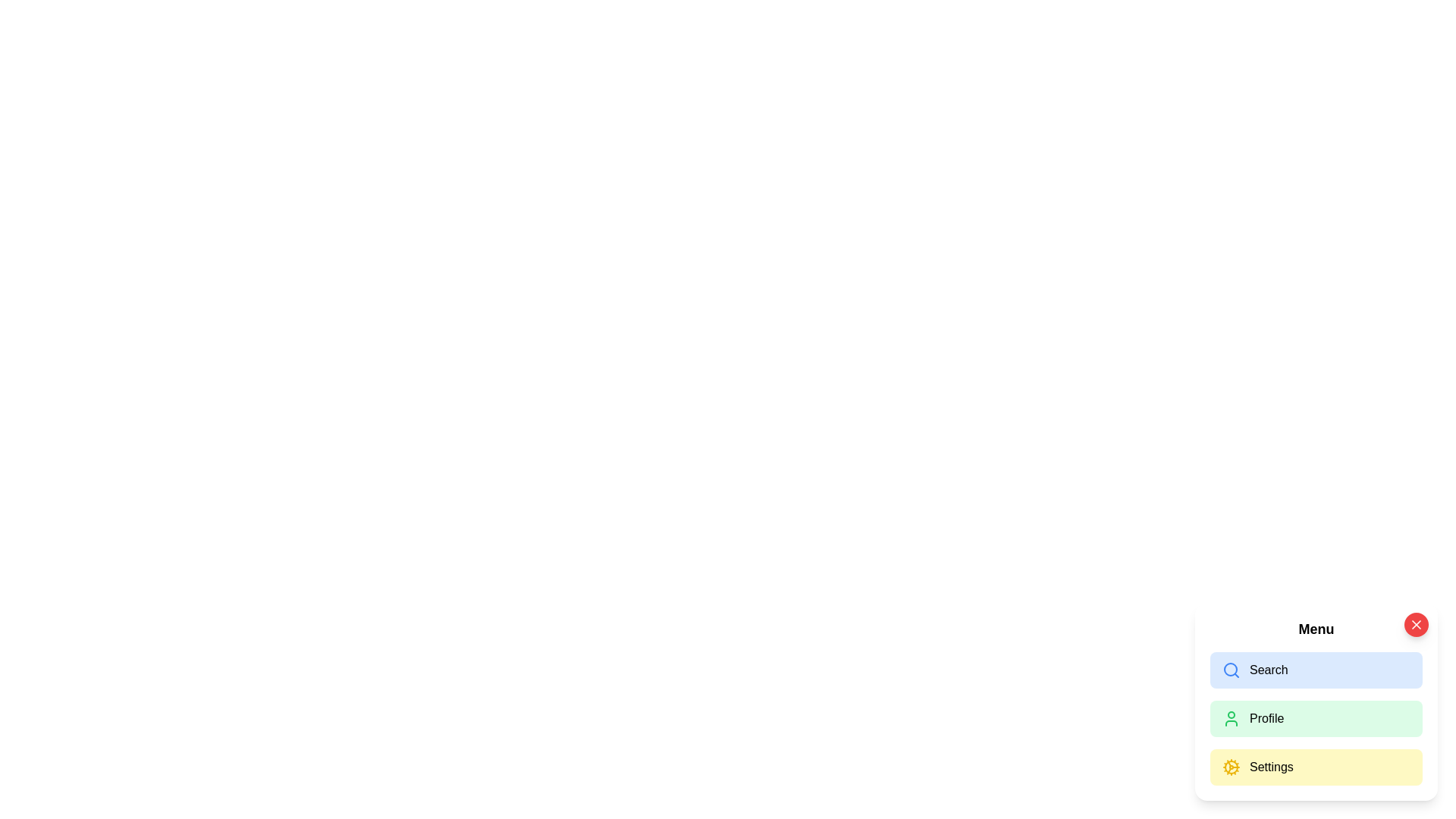  What do you see at coordinates (1231, 718) in the screenshot?
I see `the 'Profile' icon located on the left of the text label in the second row of the vertical drop-down menu` at bounding box center [1231, 718].